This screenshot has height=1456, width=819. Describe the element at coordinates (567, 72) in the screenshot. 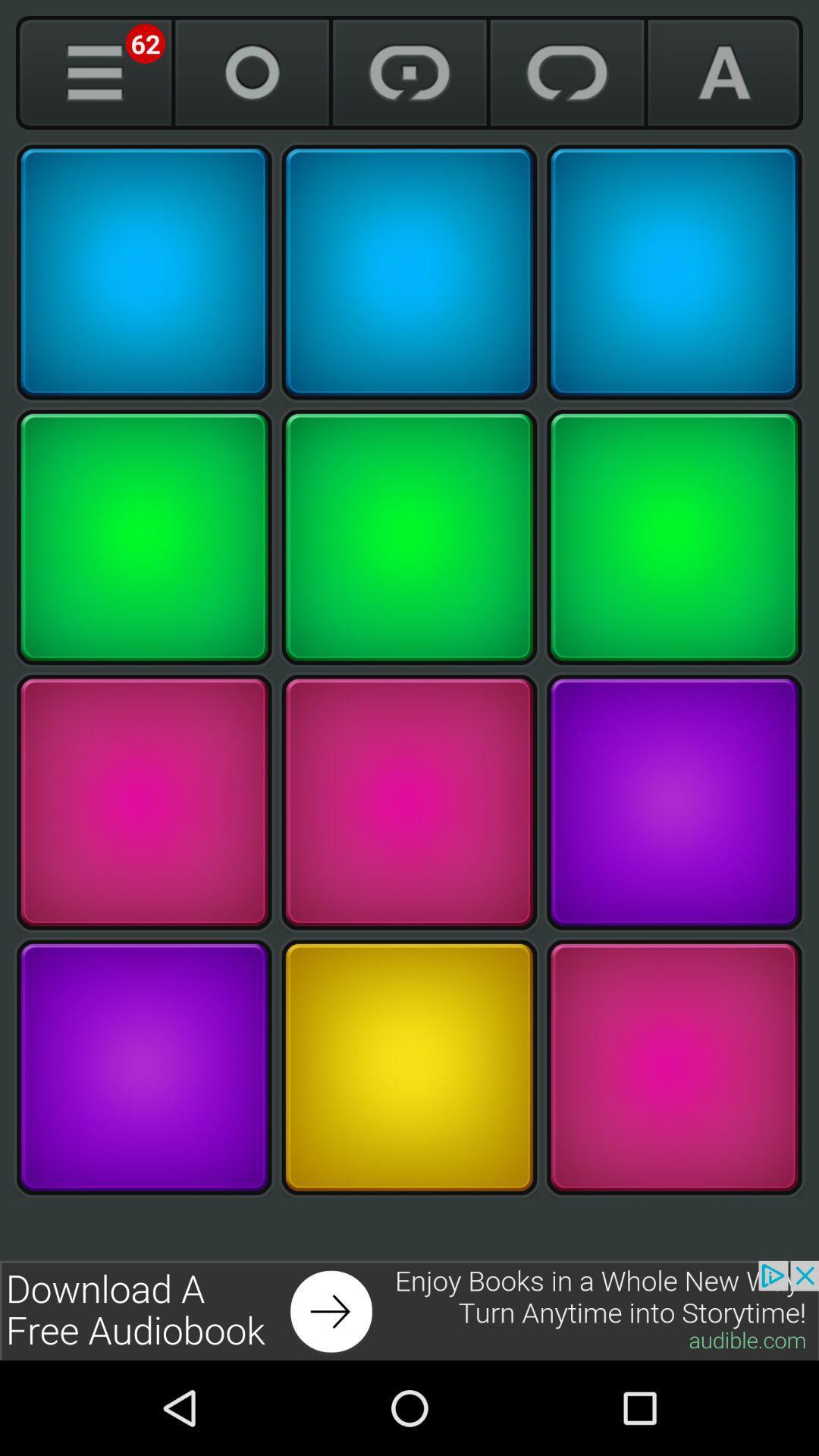

I see `the chat icon` at that location.